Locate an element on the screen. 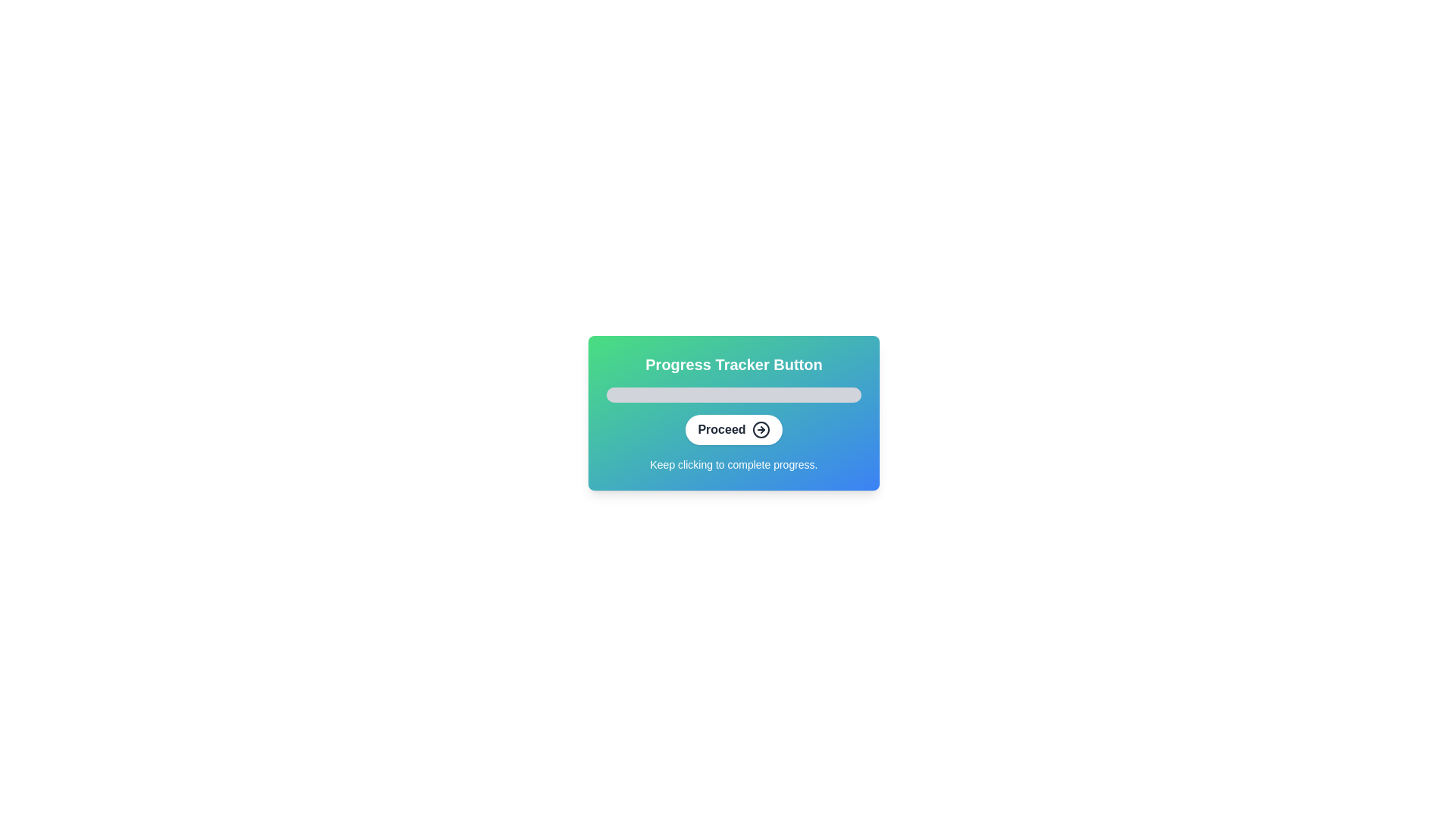  the visual aspect of the circular icon at the center of the arrow representation within the 'Proceed' button located at the lower middle portion of the card-like interface is located at coordinates (761, 430).